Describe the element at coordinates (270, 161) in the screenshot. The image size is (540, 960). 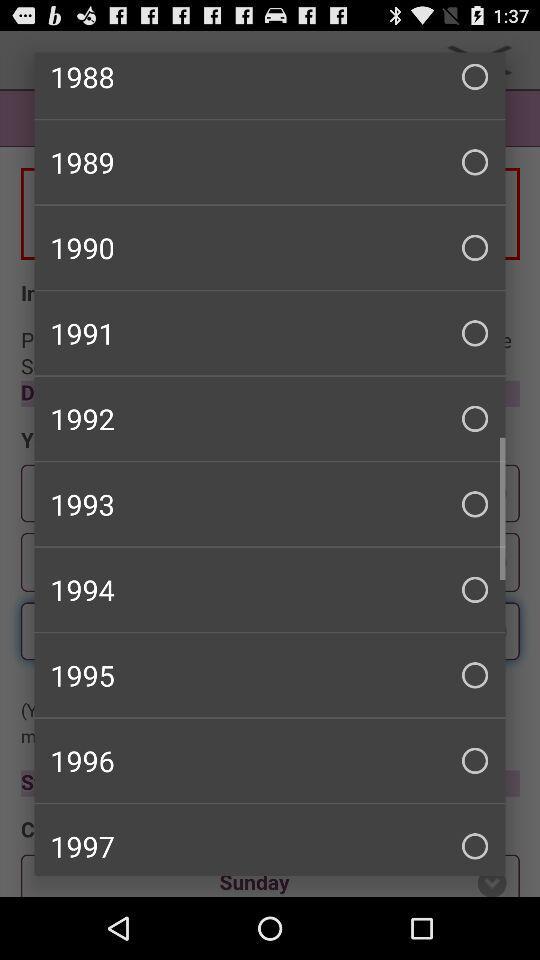
I see `the checkbox above the 1990 item` at that location.